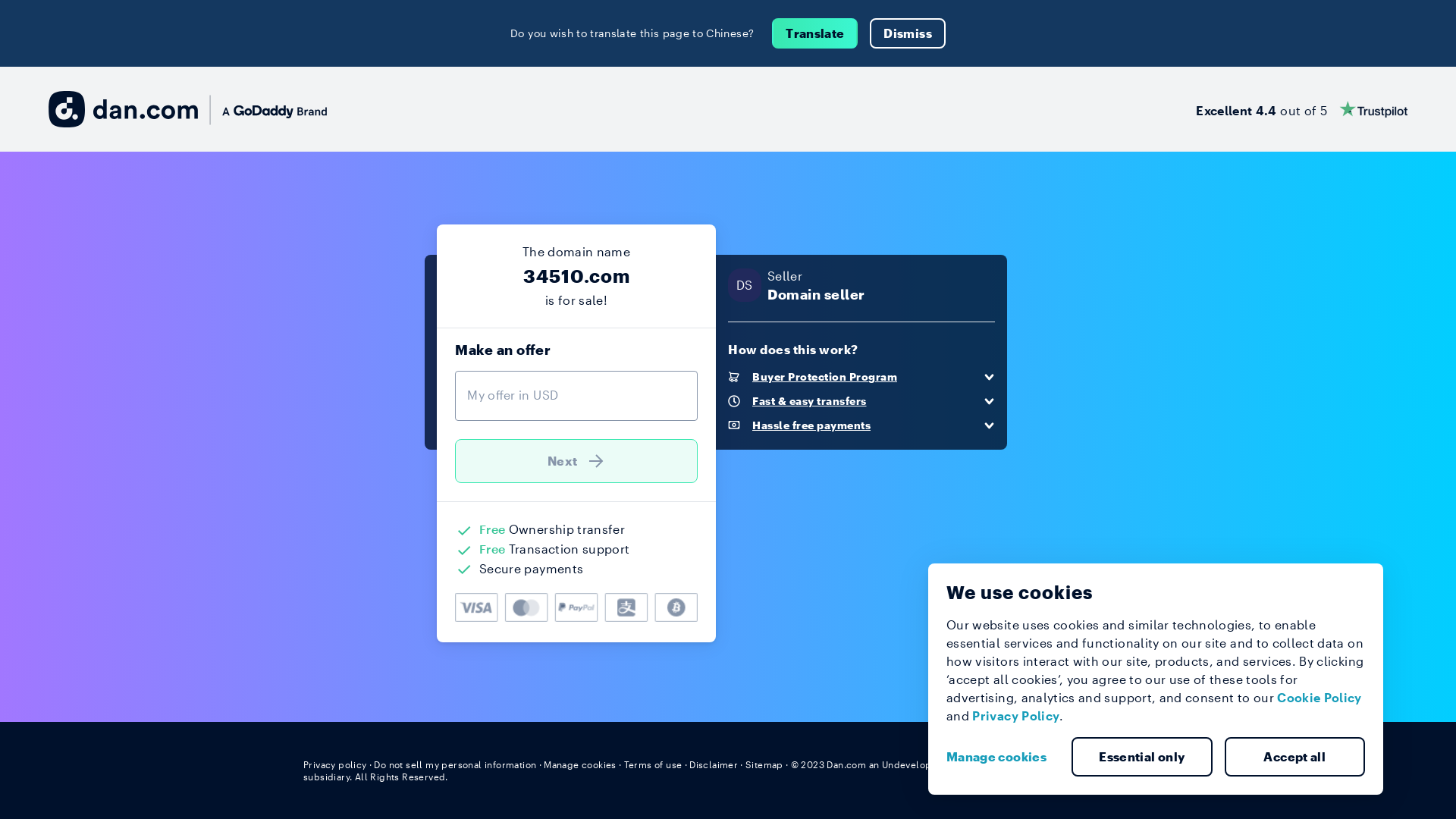 This screenshot has width=1456, height=819. Describe the element at coordinates (454, 764) in the screenshot. I see `'Do not sell my personal information'` at that location.